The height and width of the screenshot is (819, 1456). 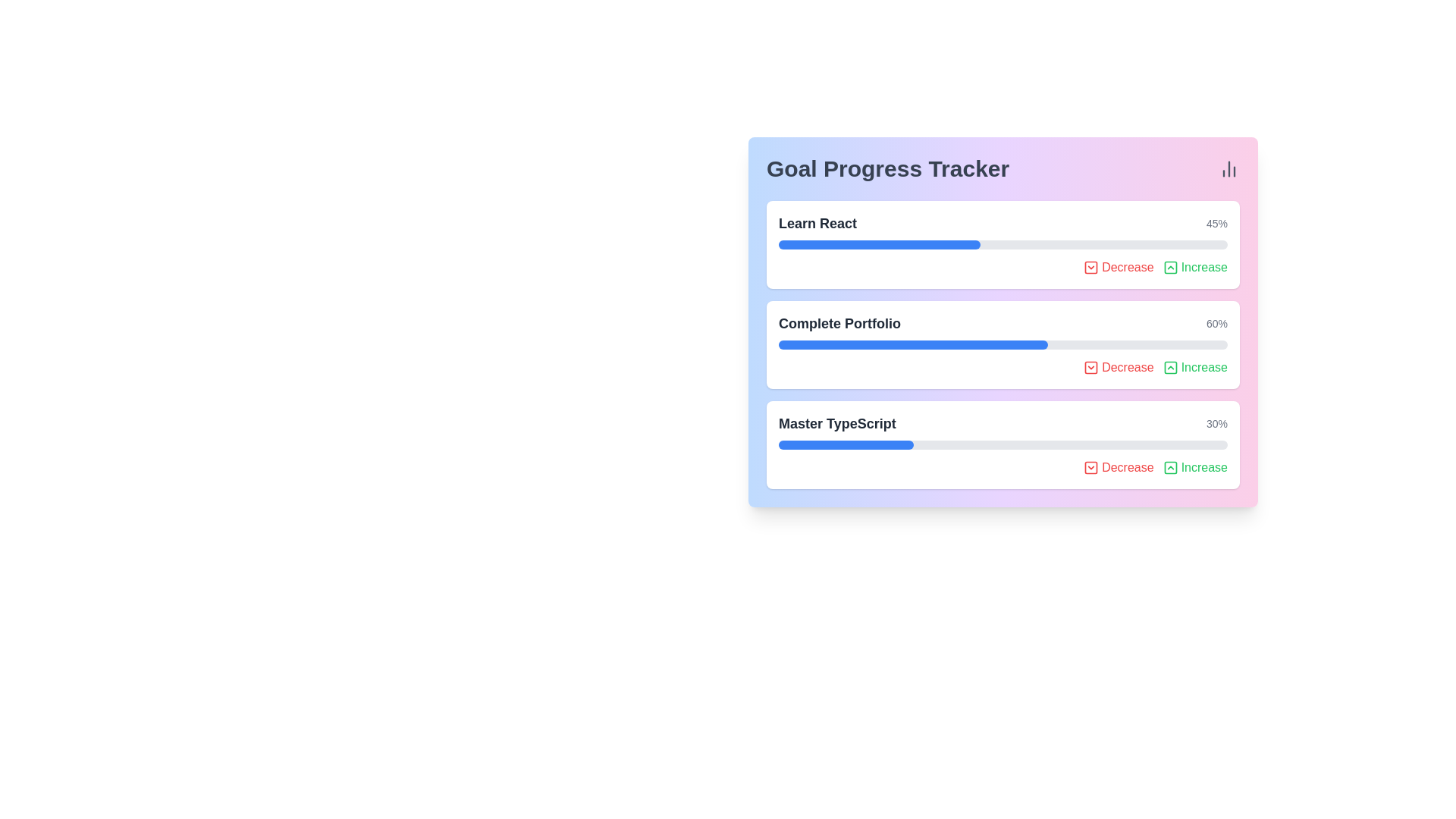 I want to click on the 'Goal Progress Tracker' text display element which is prominently displayed in a bold font against a gradient background, so click(x=888, y=169).